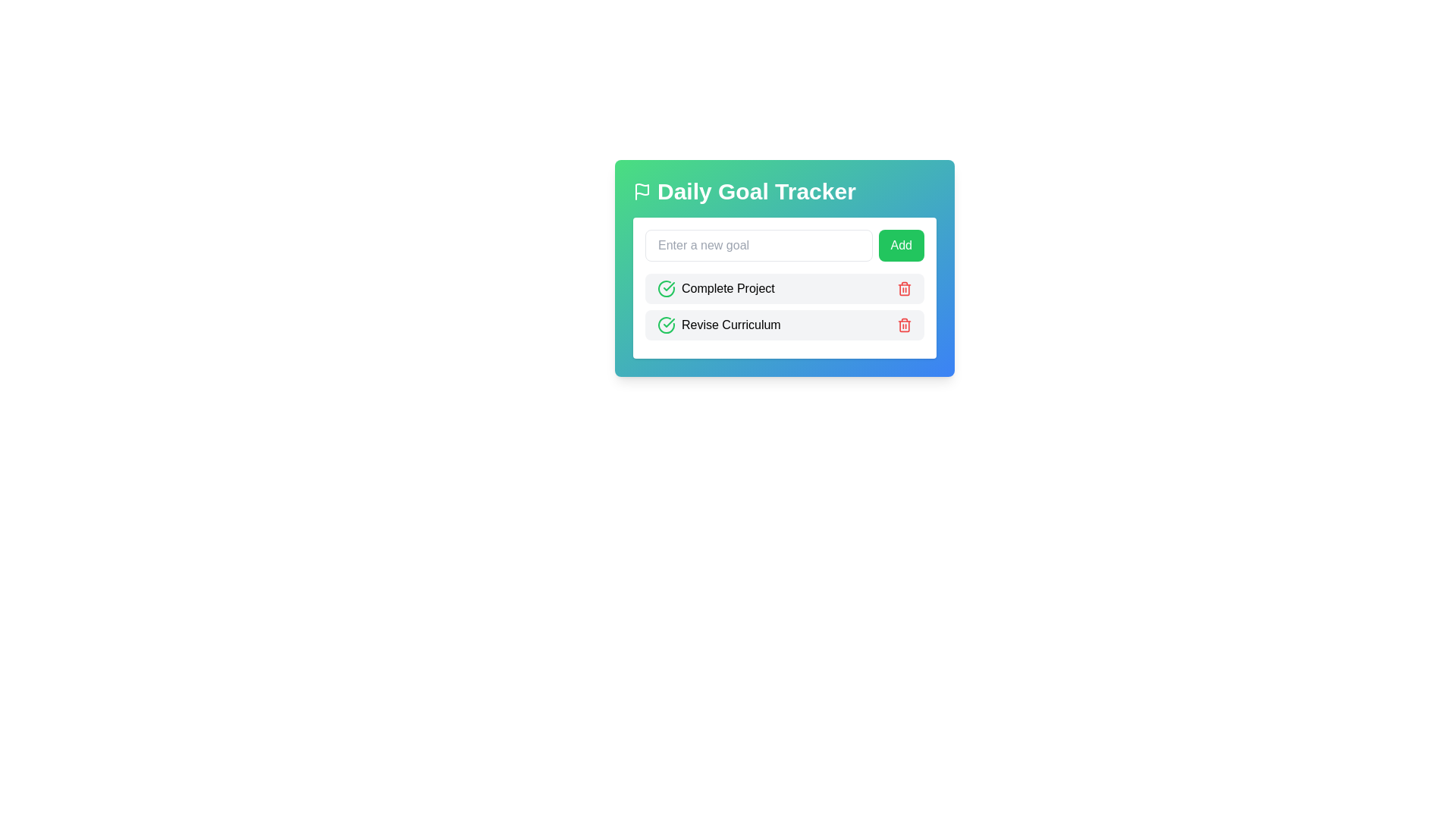 The image size is (1456, 819). Describe the element at coordinates (668, 322) in the screenshot. I see `the green checkmark symbol in the Daily Goal Tracker interface, which indicates the completion status of the task 'Complete Project'` at that location.